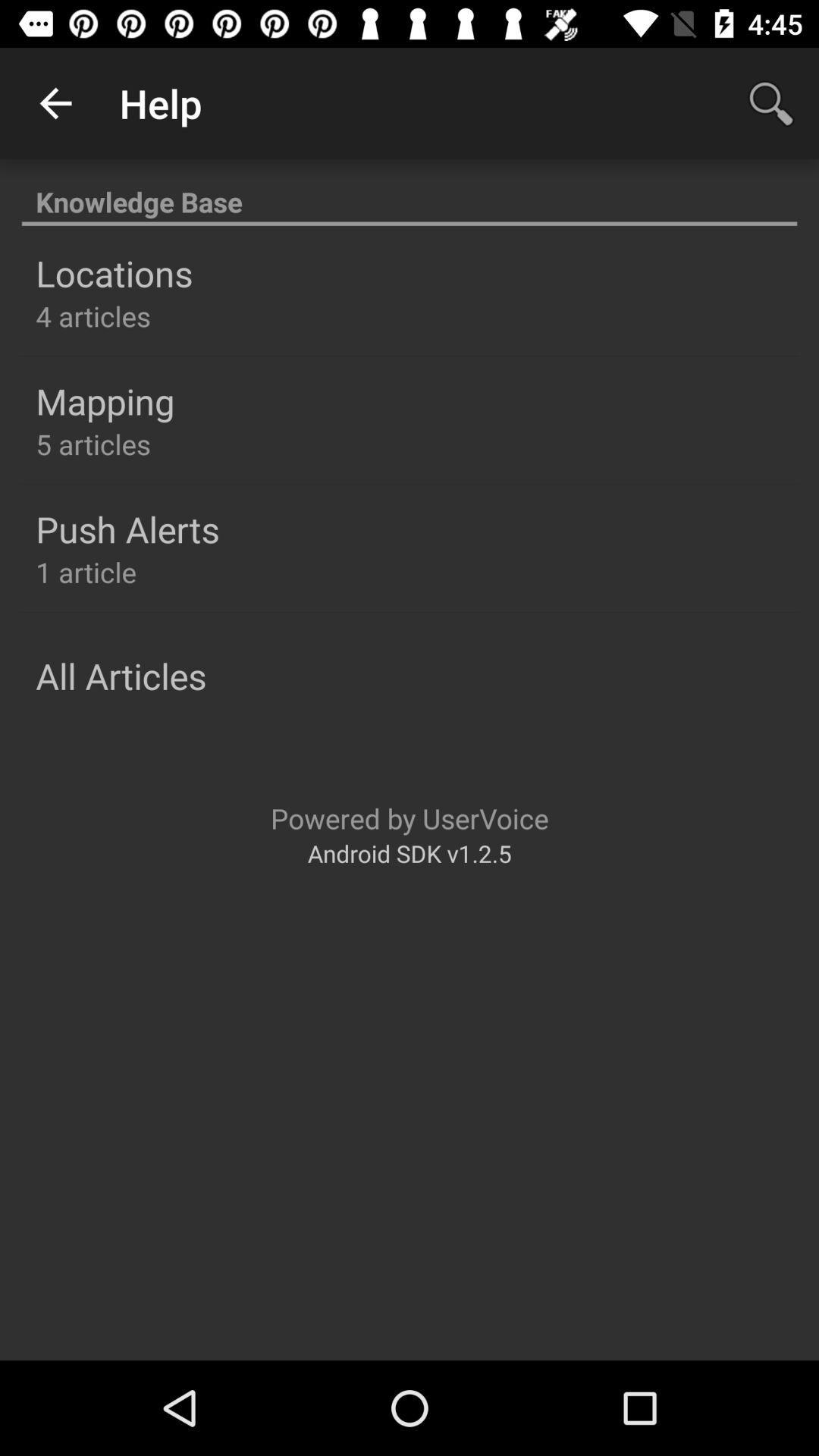  I want to click on icon to the left of the help app, so click(55, 102).